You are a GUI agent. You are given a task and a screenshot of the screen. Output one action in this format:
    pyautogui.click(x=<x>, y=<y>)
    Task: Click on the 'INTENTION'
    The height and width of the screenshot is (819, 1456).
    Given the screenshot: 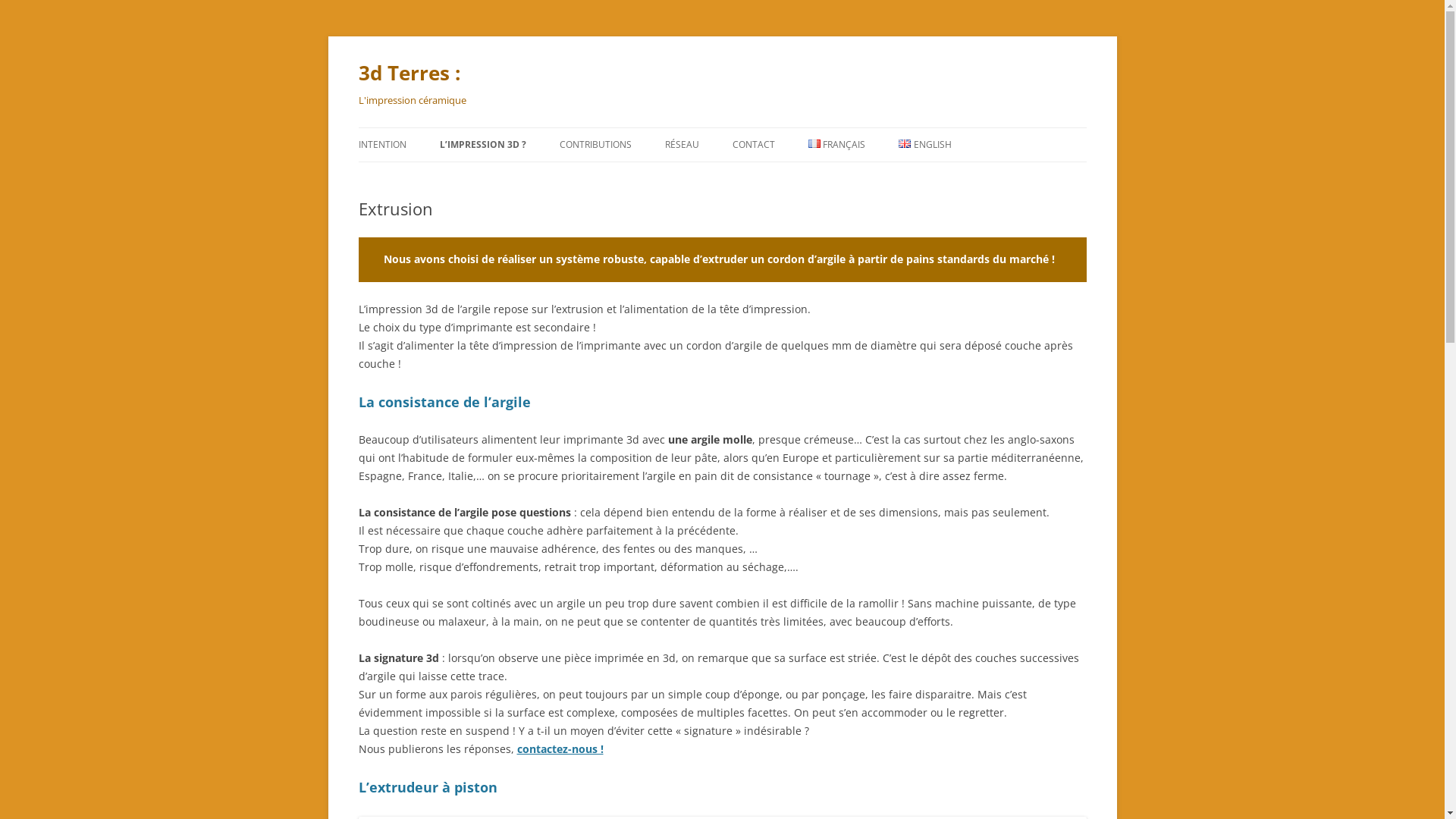 What is the action you would take?
    pyautogui.click(x=381, y=145)
    